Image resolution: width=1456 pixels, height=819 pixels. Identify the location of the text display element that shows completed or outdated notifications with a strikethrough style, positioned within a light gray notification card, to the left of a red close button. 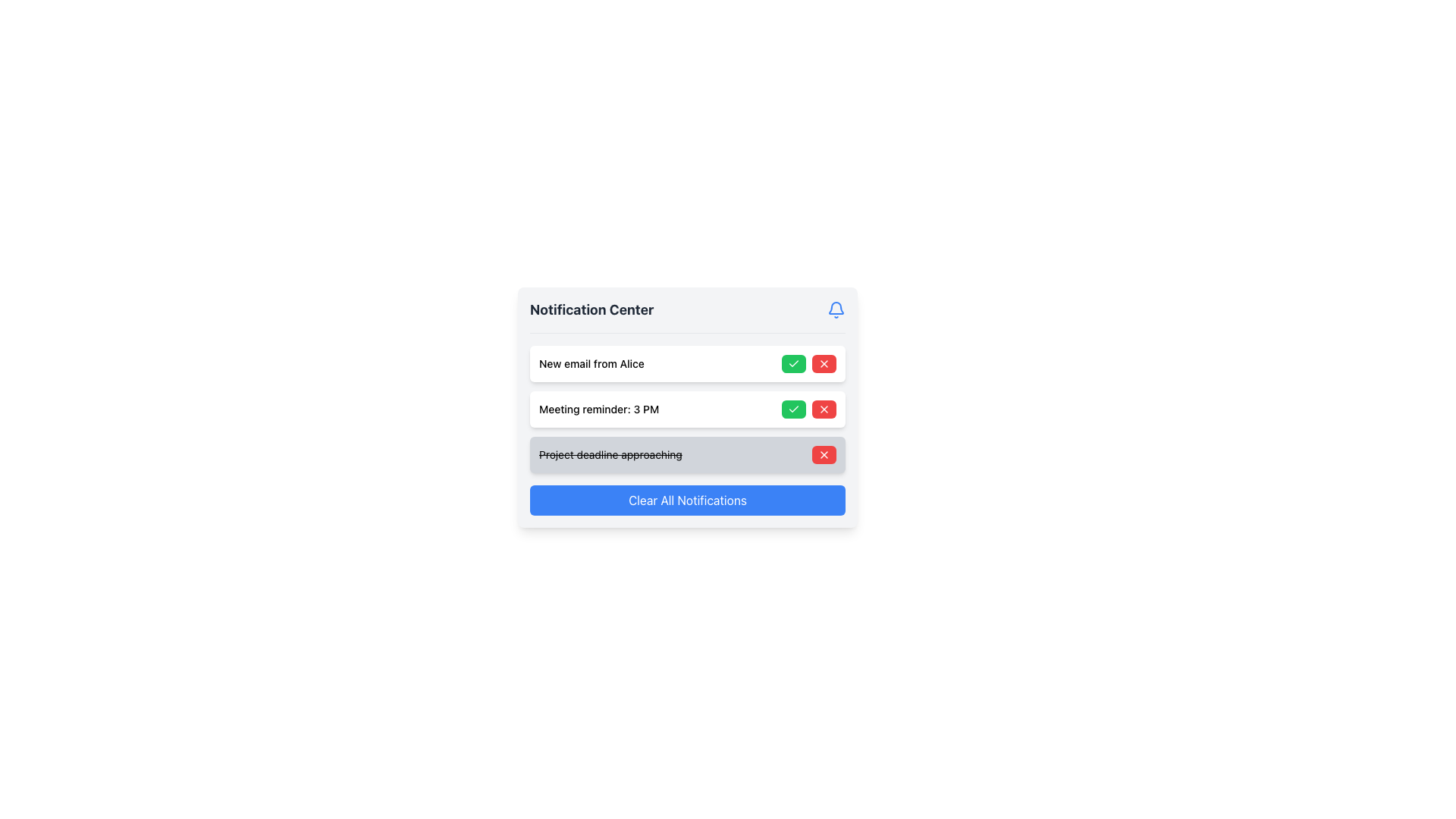
(610, 454).